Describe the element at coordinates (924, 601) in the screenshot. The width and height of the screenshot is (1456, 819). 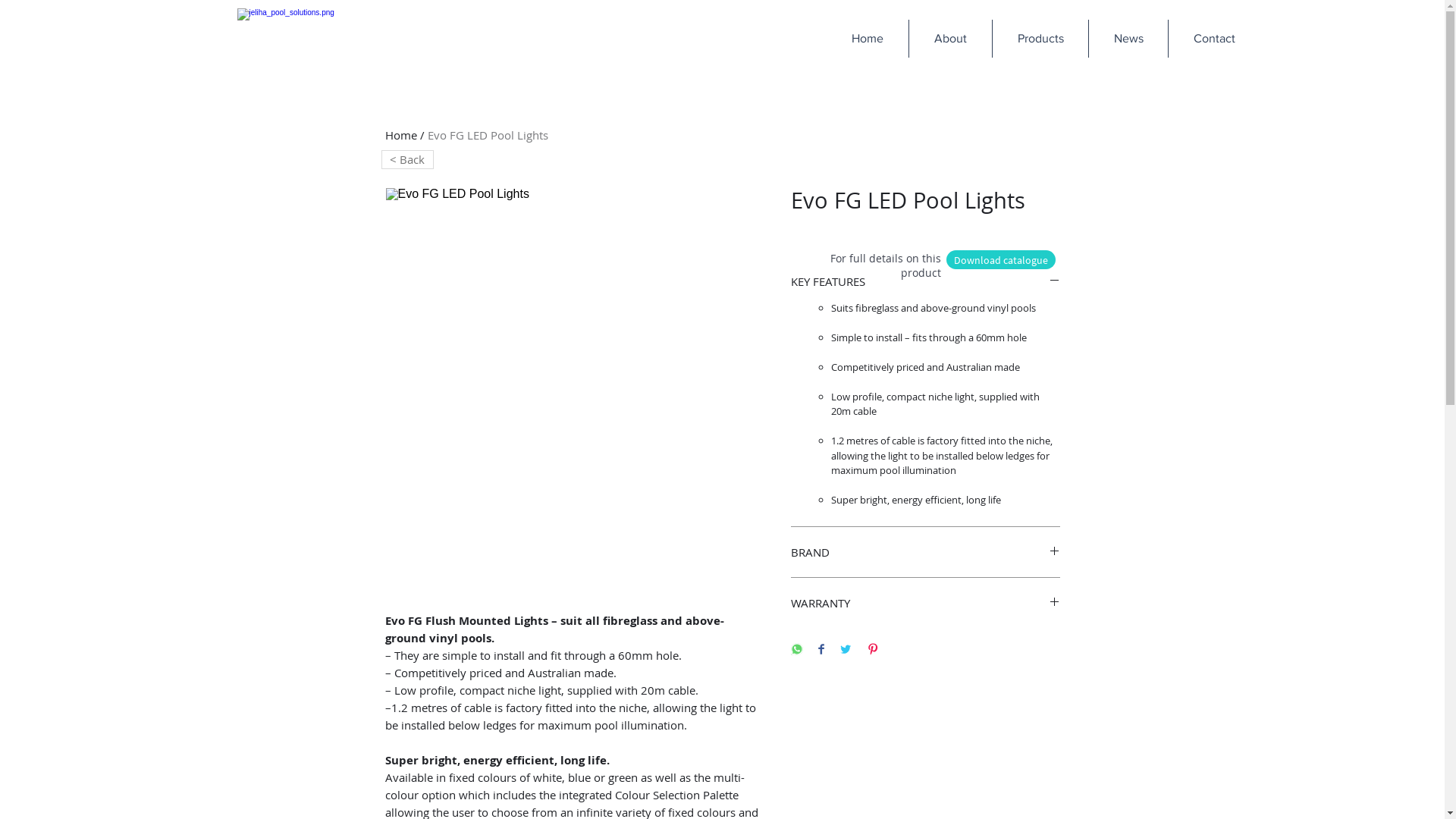
I see `'WARRANTY'` at that location.